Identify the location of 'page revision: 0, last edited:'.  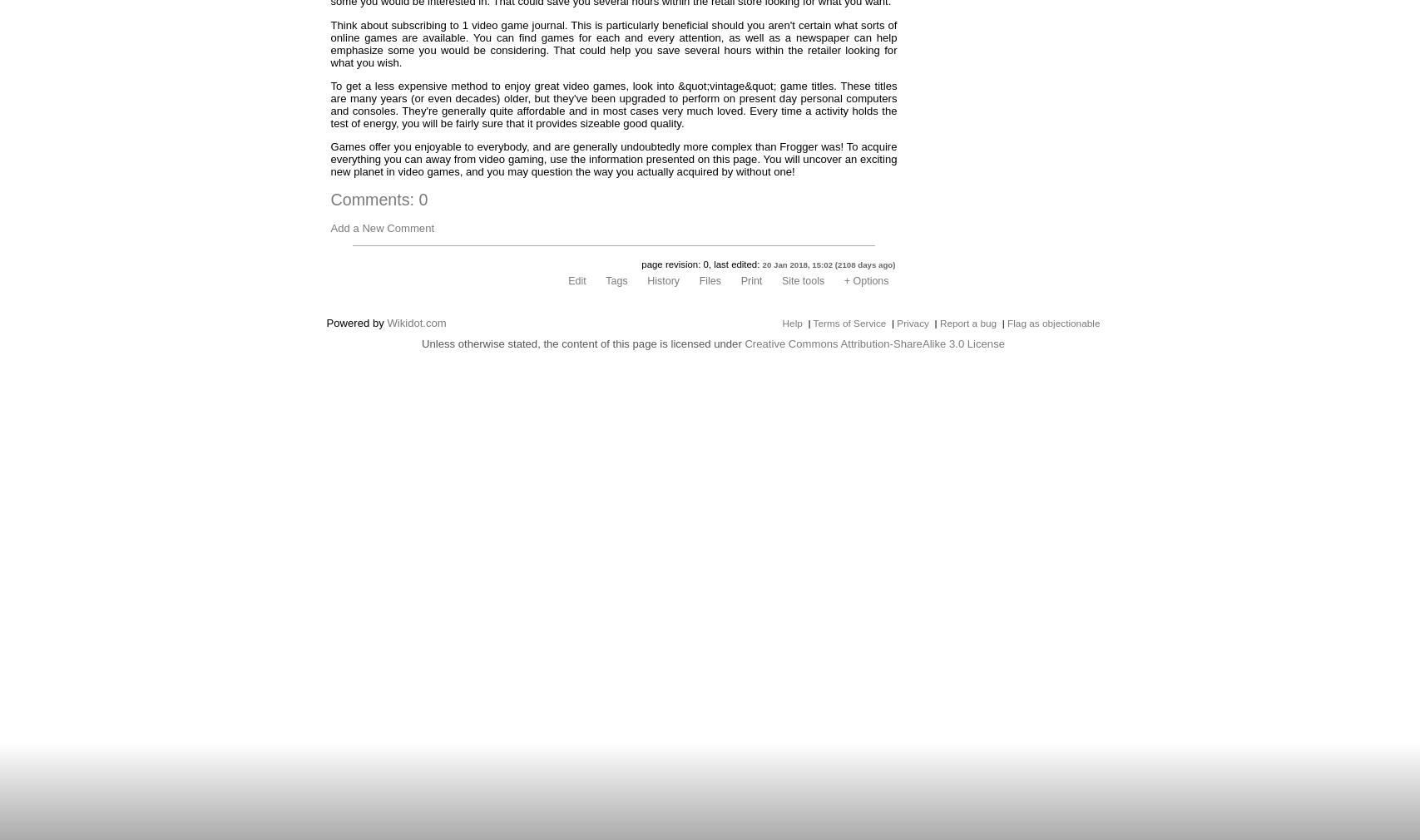
(641, 264).